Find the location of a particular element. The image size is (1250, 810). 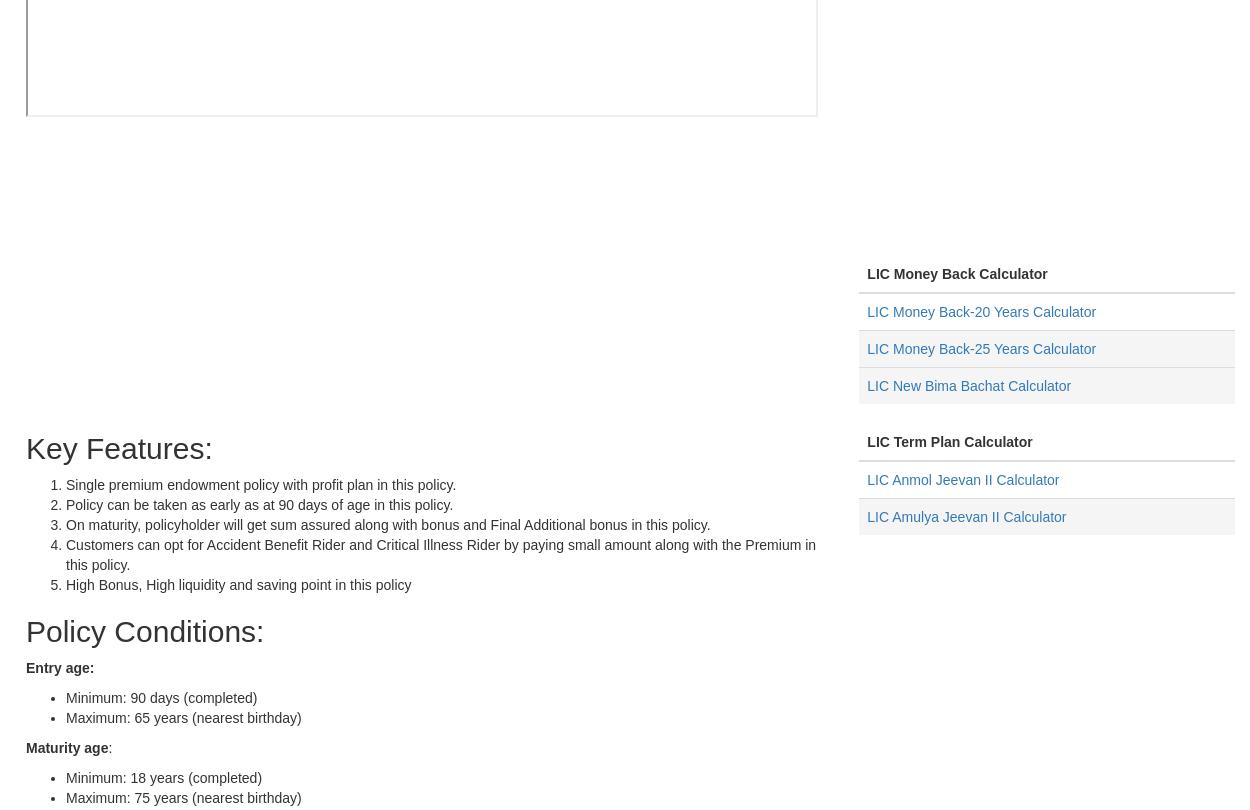

'LIC Money Back-20 Years Calculator' is located at coordinates (980, 311).